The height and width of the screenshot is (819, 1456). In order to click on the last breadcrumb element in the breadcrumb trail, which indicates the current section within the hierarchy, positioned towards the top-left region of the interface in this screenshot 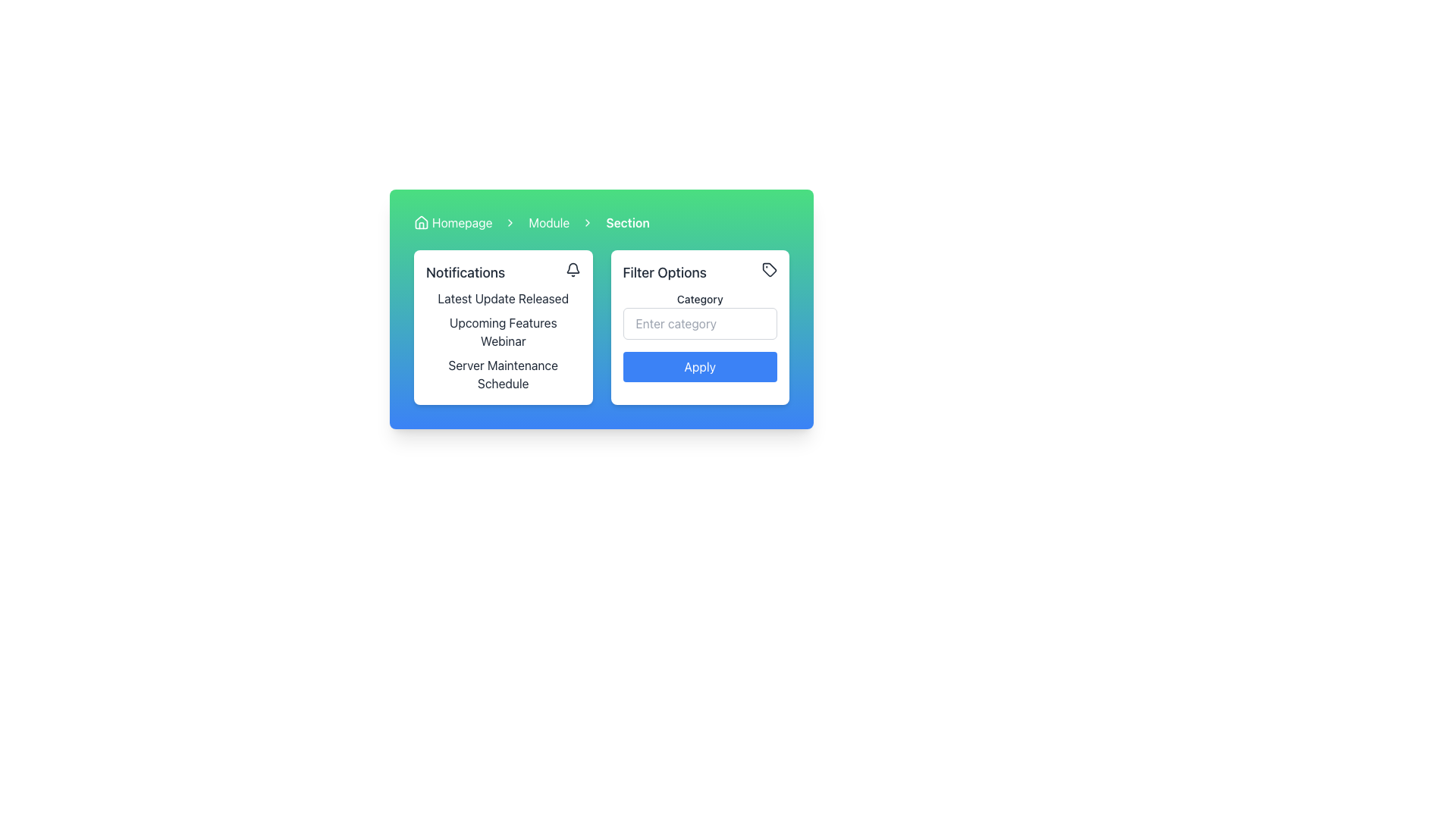, I will do `click(628, 222)`.